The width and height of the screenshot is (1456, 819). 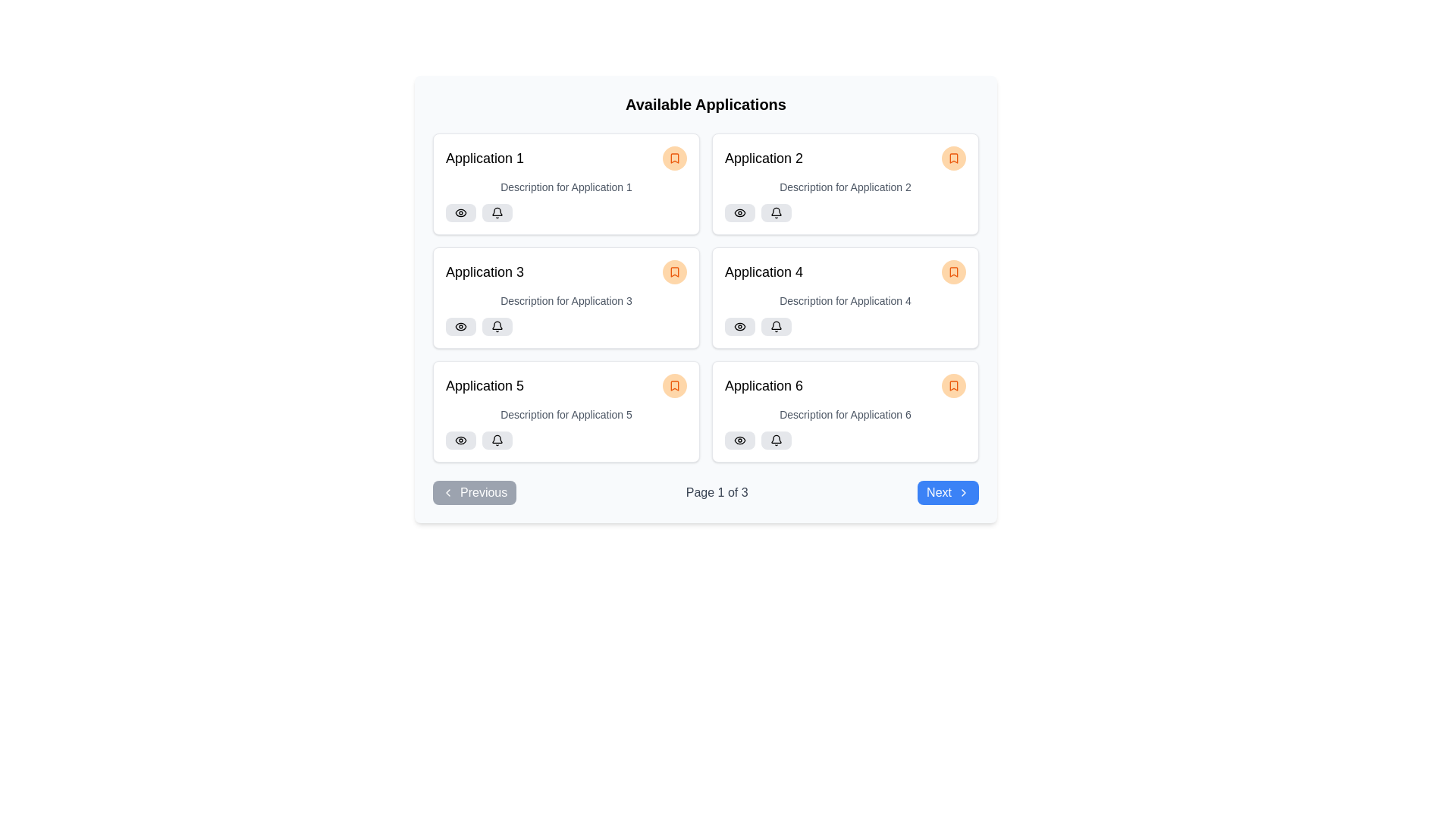 What do you see at coordinates (673, 271) in the screenshot?
I see `the bookmark button located in the top-right corner of the card labeled 'Application 3'` at bounding box center [673, 271].